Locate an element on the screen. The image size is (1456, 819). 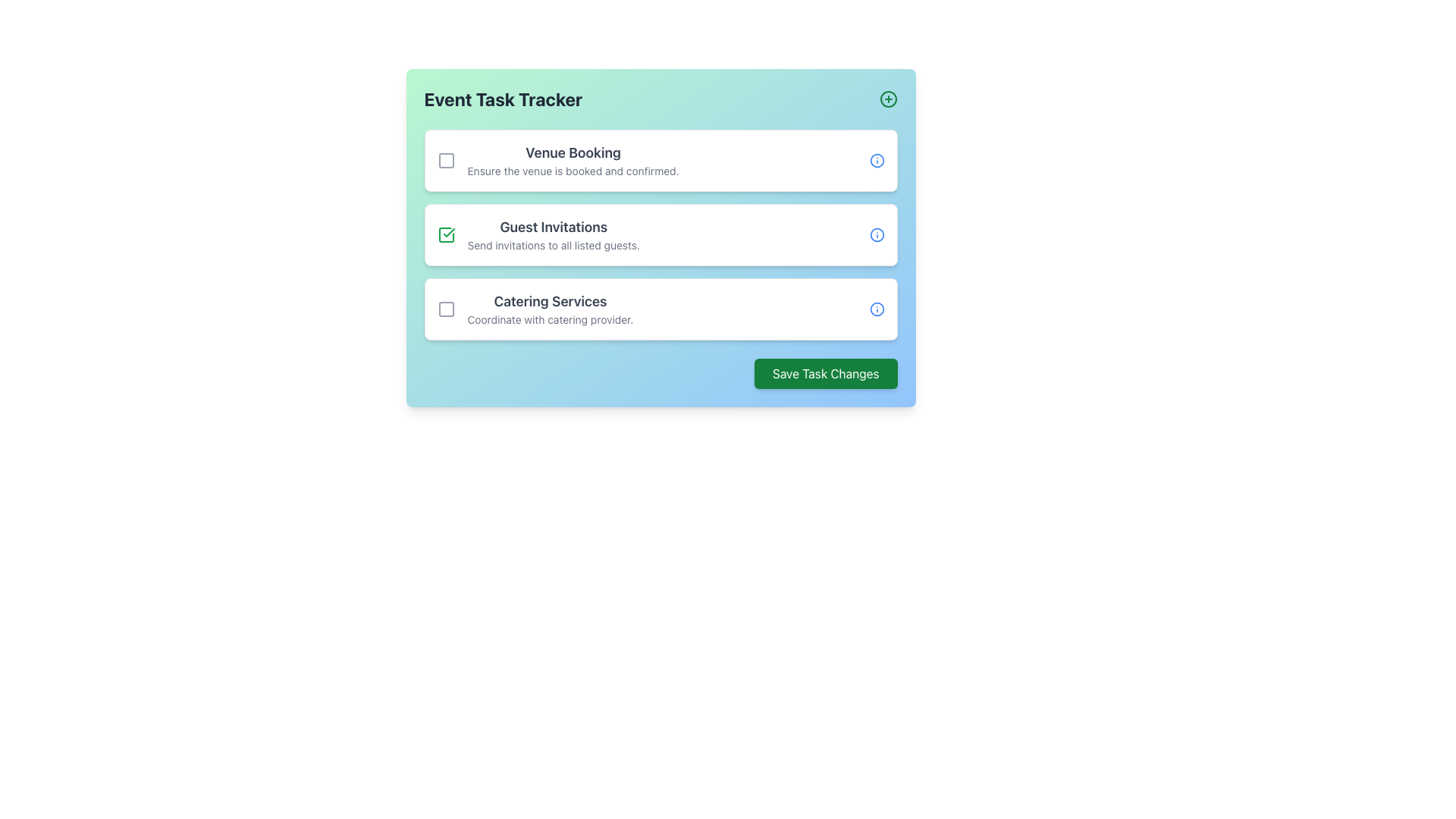
the checkbox area surrounding the decorative marker indicating the completion status of the 'Venue Booking' task in the Event Task Tracker is located at coordinates (445, 161).